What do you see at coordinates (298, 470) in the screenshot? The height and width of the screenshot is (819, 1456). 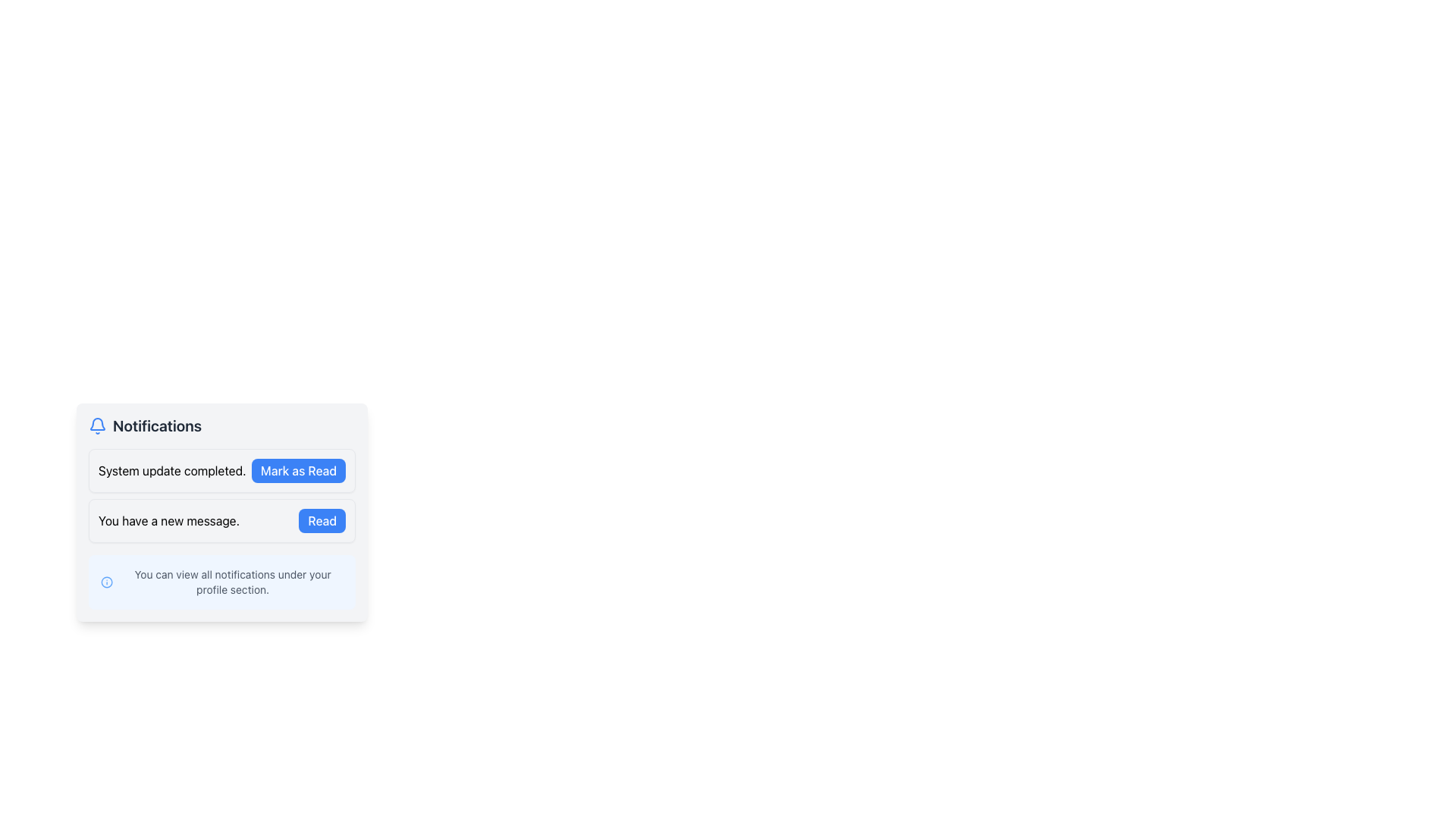 I see `the button to mark the notification as read` at bounding box center [298, 470].